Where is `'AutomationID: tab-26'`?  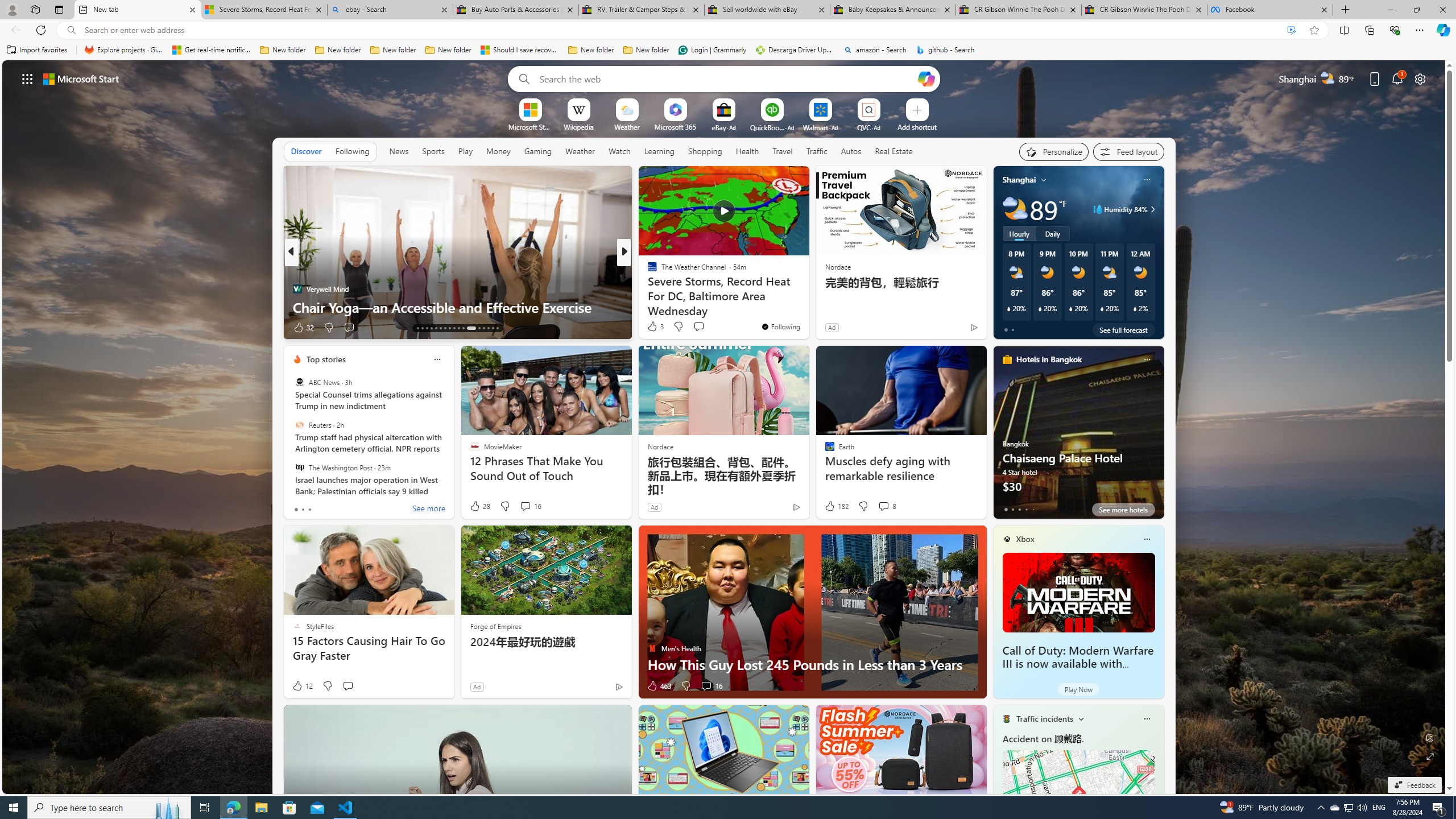
'AutomationID: tab-26' is located at coordinates (482, 328).